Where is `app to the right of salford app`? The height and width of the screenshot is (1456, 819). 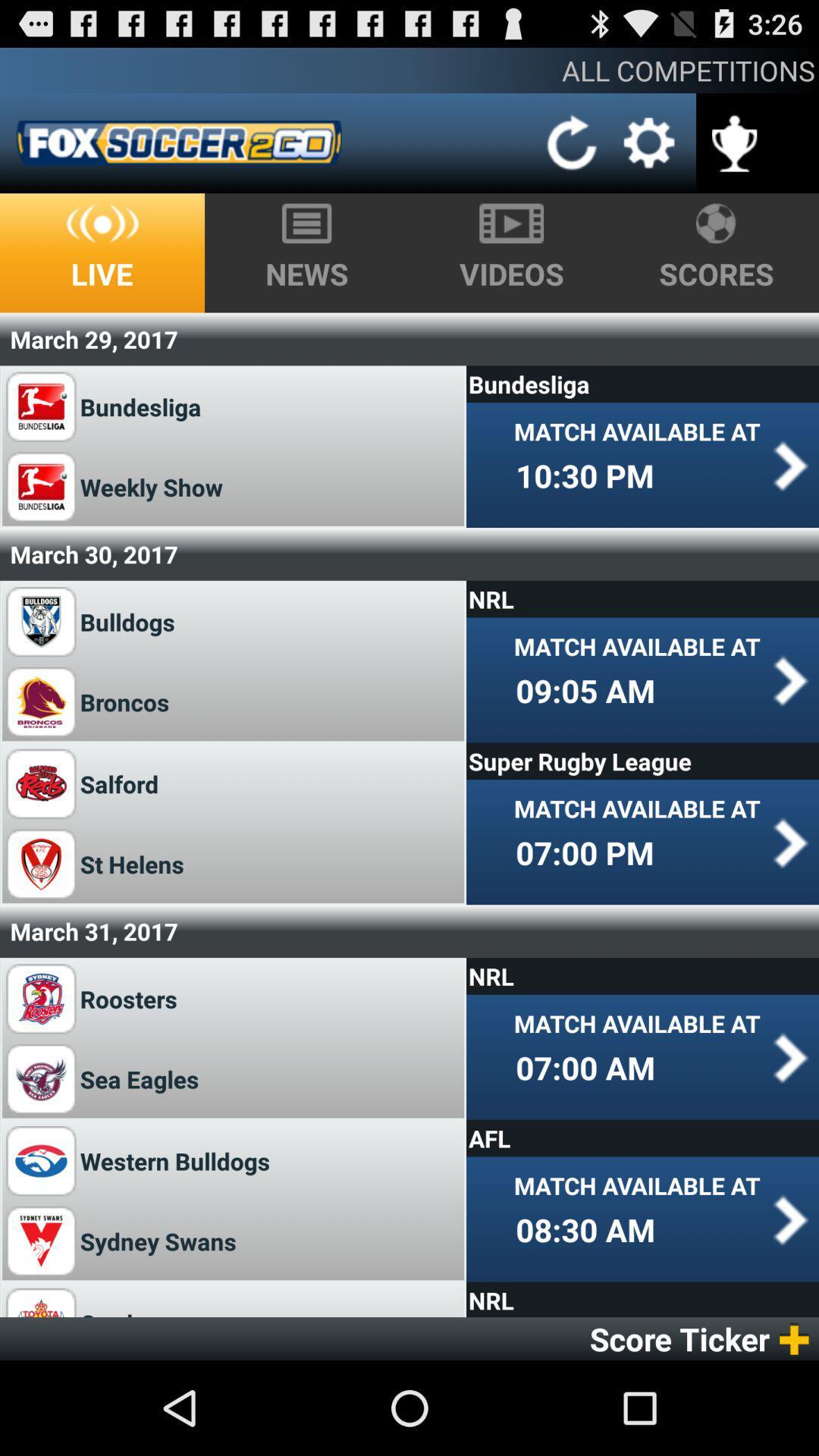
app to the right of salford app is located at coordinates (642, 761).